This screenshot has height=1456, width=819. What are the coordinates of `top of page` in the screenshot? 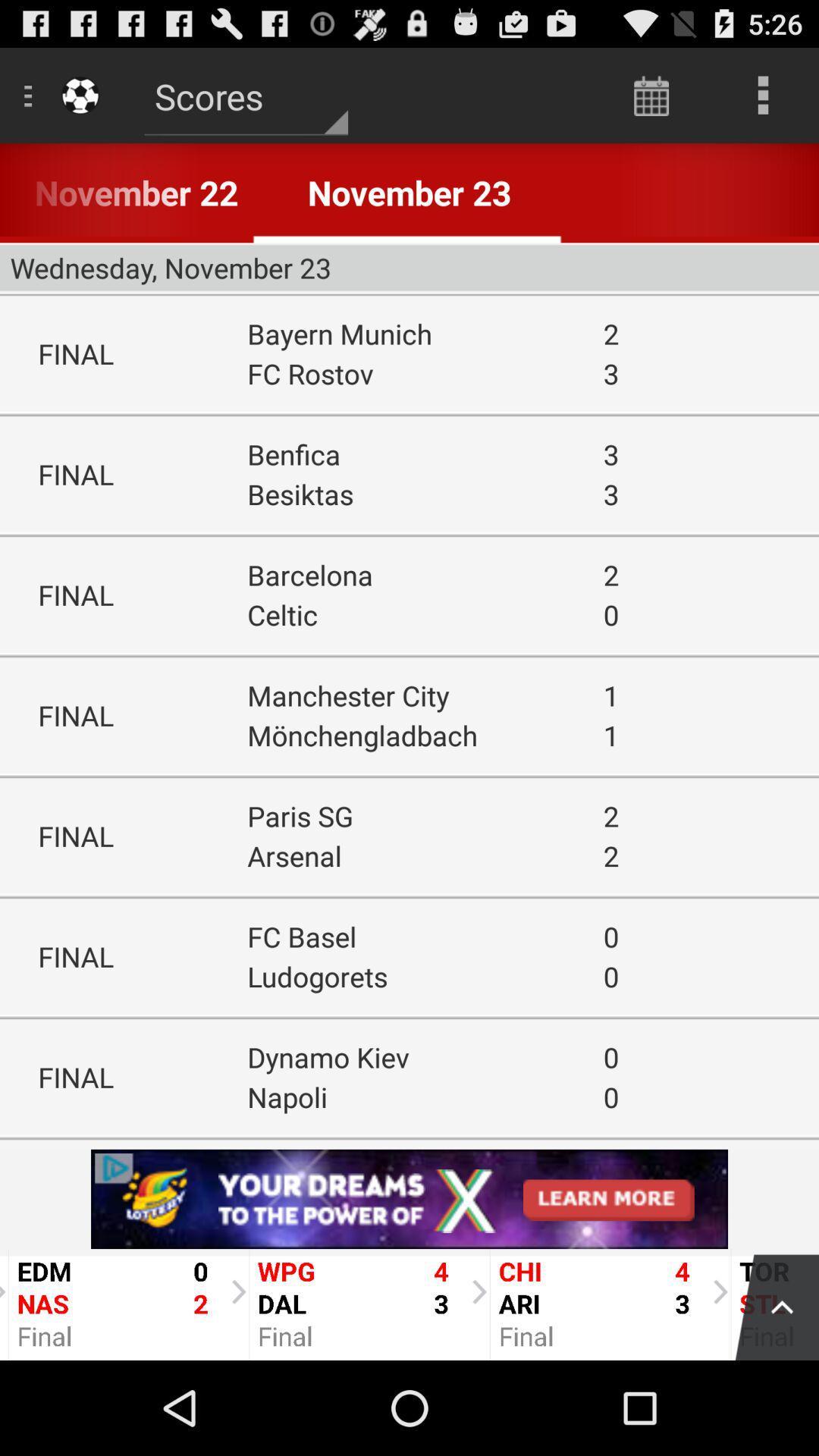 It's located at (769, 1304).